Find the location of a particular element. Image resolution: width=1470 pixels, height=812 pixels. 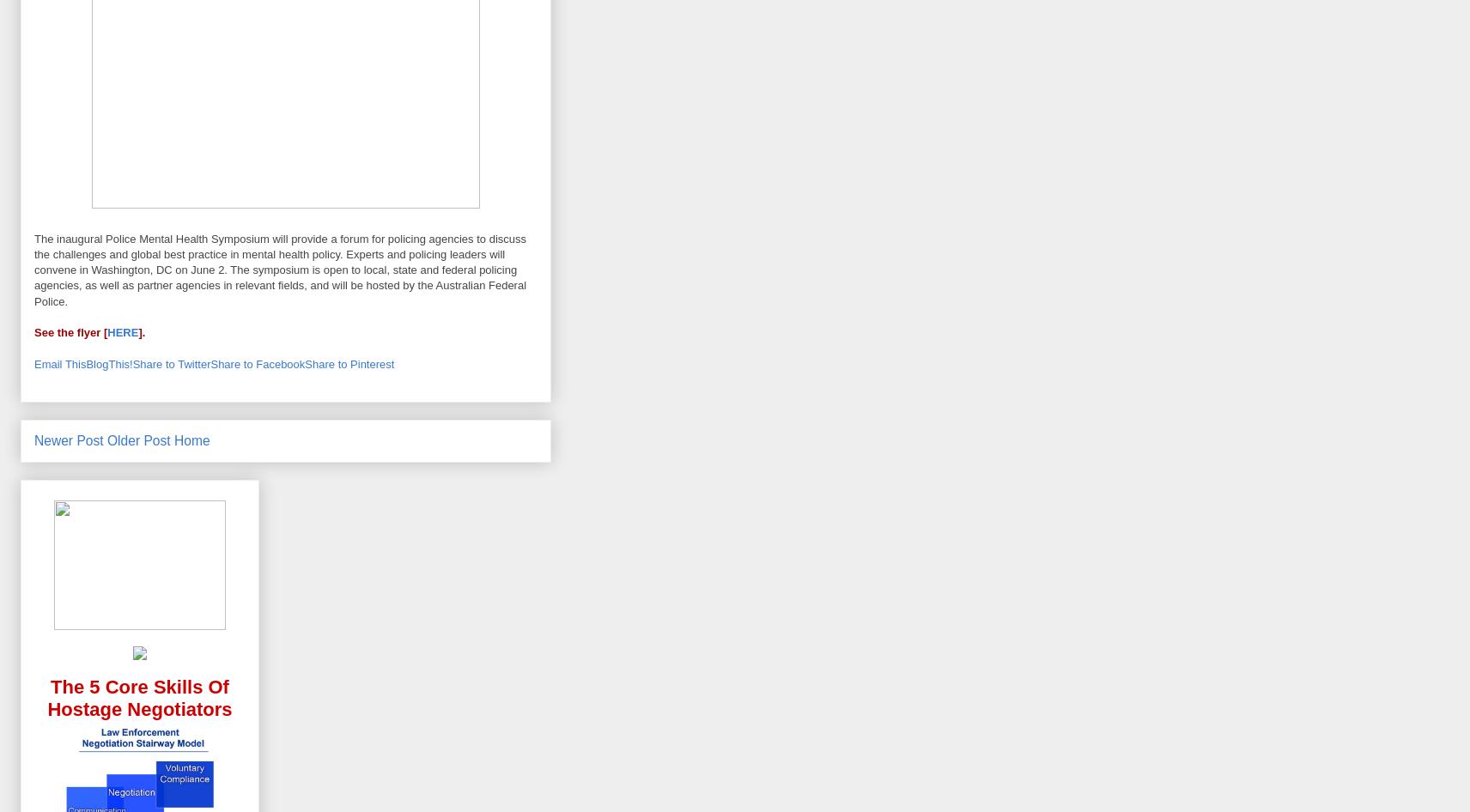

'The 5 Core Skills Of Hostage Negotiators' is located at coordinates (46, 697).